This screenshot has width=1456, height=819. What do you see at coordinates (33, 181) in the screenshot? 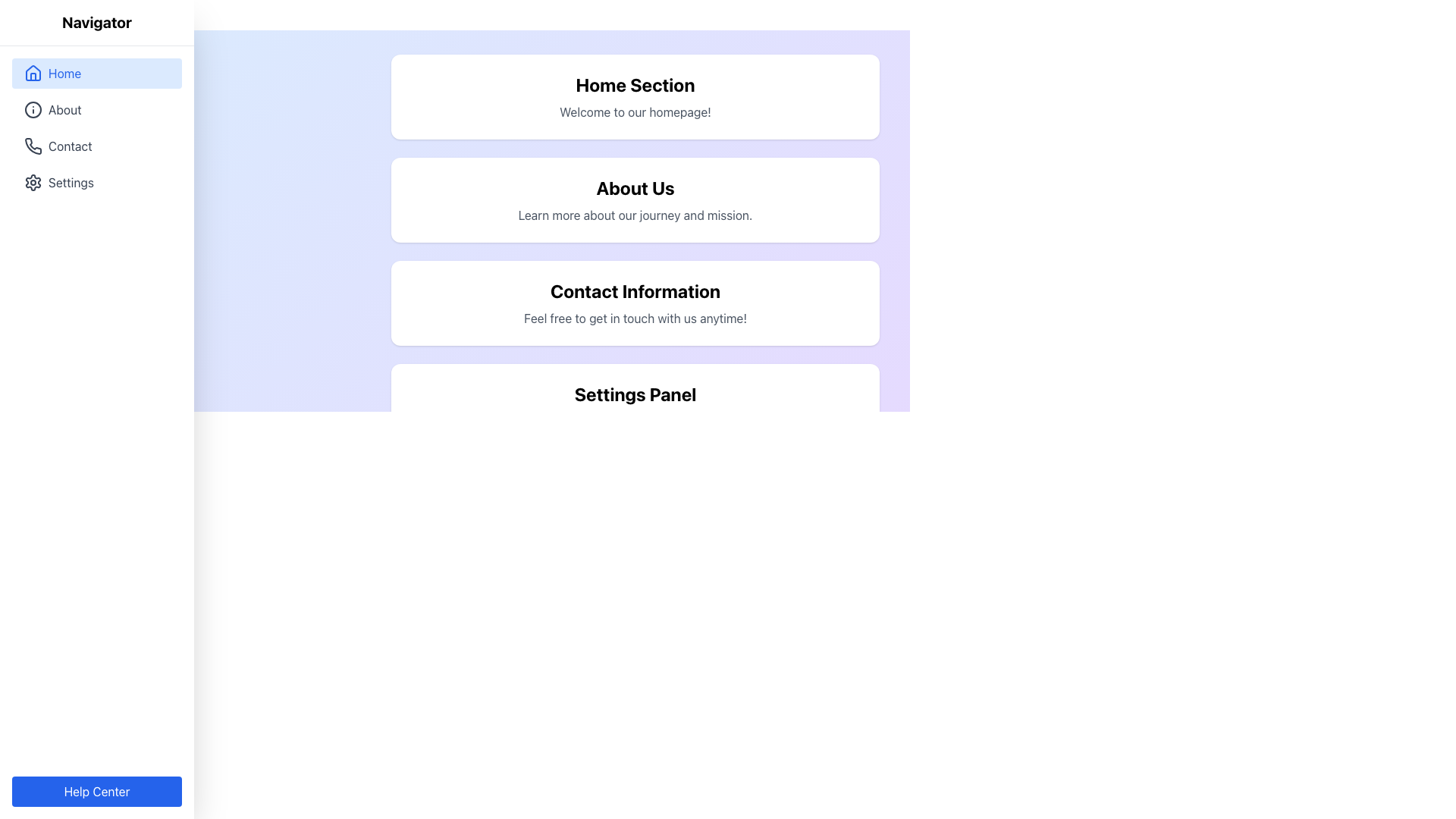
I see `the gear icon indicating settings functionality, located near the 'Settings' label` at bounding box center [33, 181].